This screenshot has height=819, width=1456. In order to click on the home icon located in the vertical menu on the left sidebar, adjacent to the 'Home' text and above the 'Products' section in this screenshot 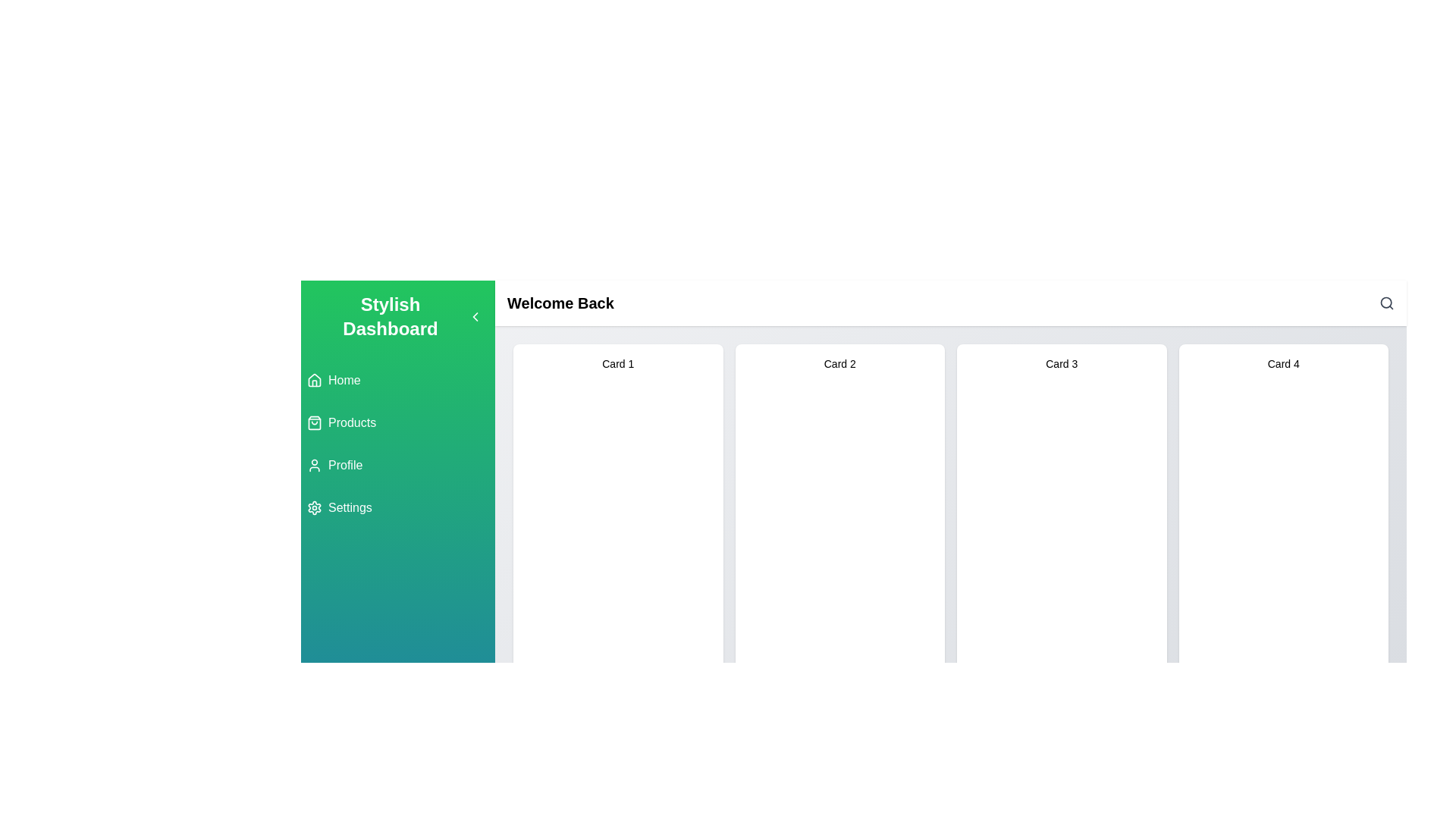, I will do `click(313, 379)`.